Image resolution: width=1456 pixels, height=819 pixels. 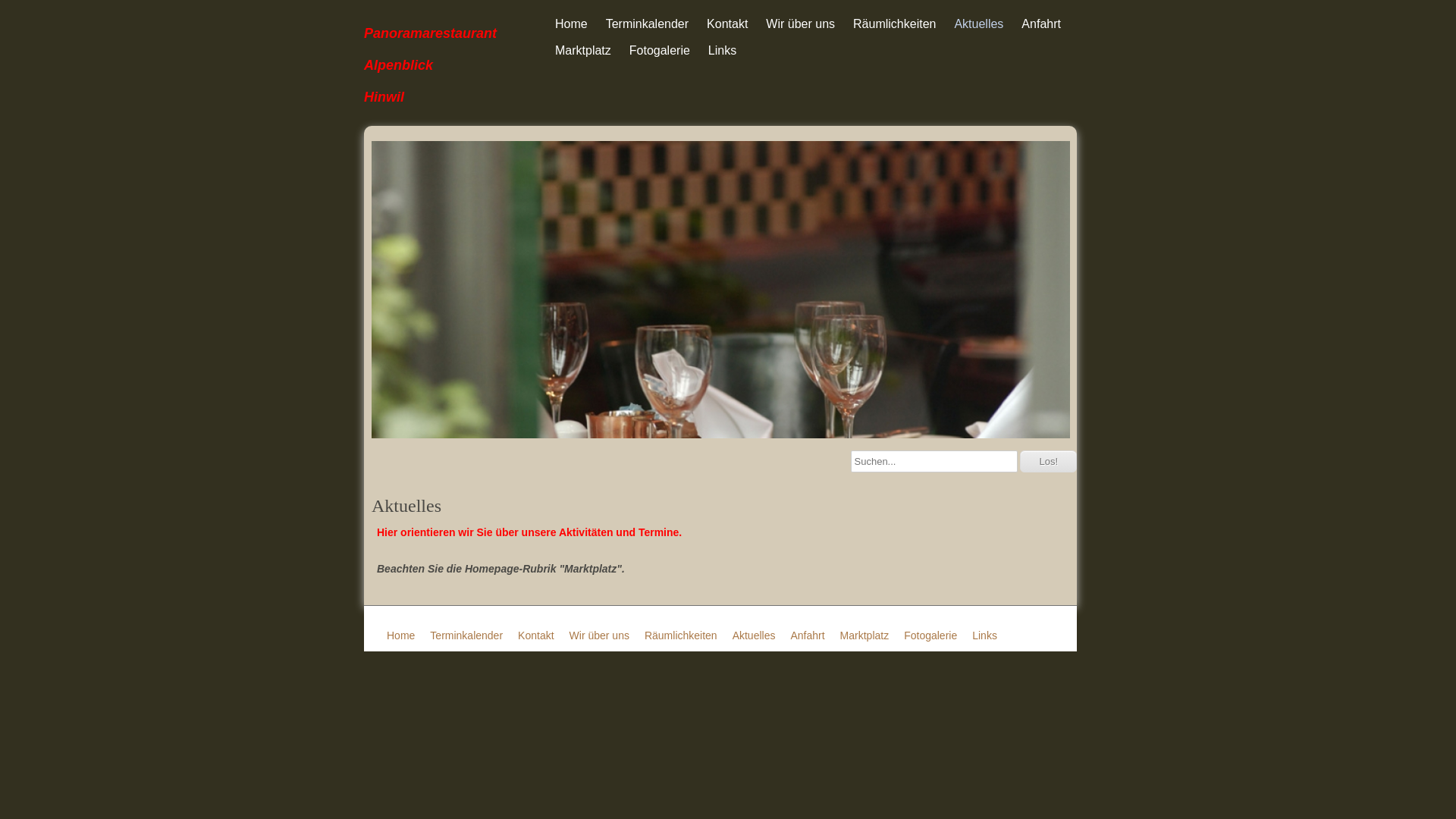 What do you see at coordinates (1040, 24) in the screenshot?
I see `'Anfahrt'` at bounding box center [1040, 24].